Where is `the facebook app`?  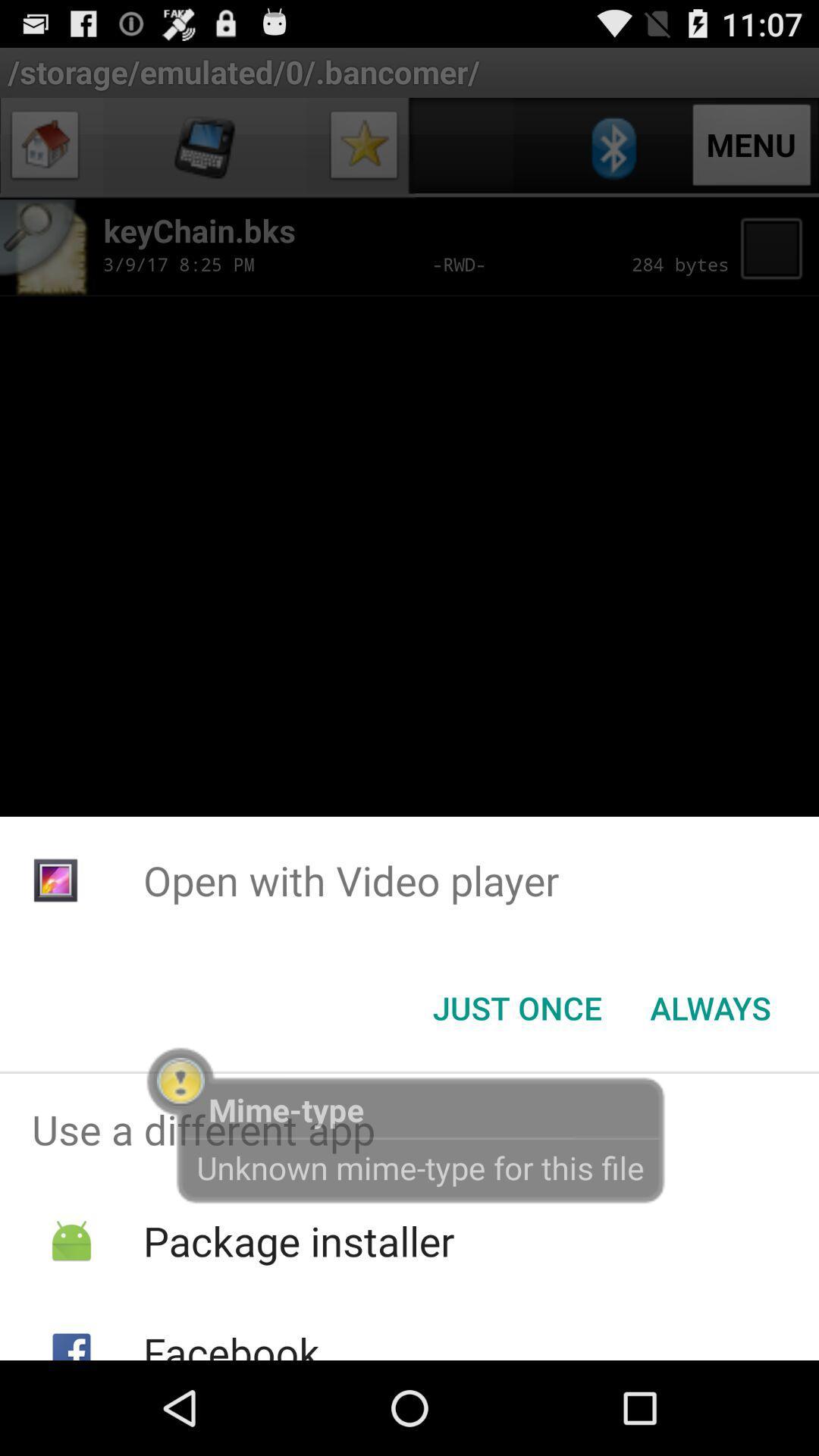
the facebook app is located at coordinates (231, 1342).